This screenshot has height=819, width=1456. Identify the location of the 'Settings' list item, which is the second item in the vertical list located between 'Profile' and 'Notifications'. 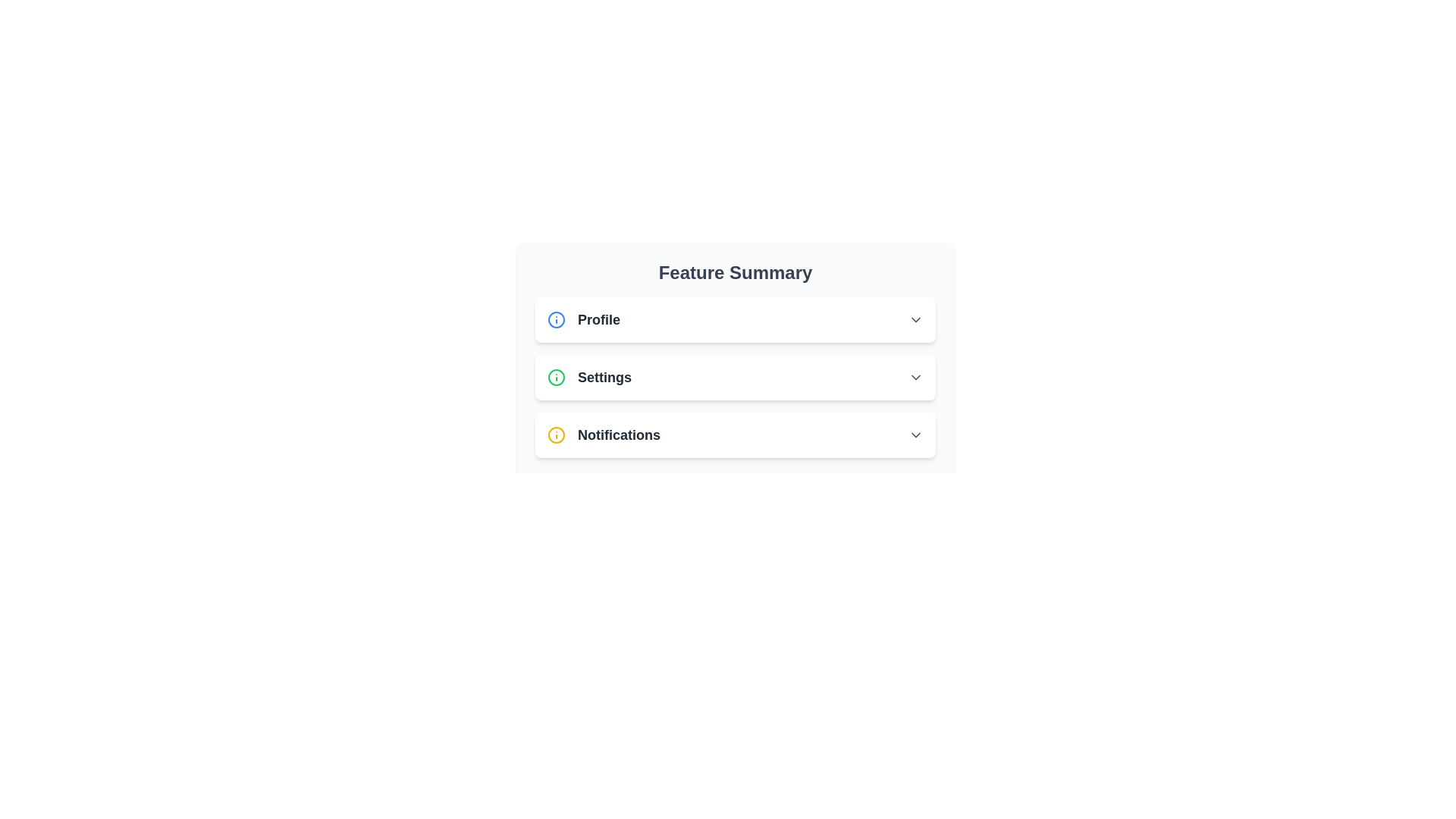
(735, 376).